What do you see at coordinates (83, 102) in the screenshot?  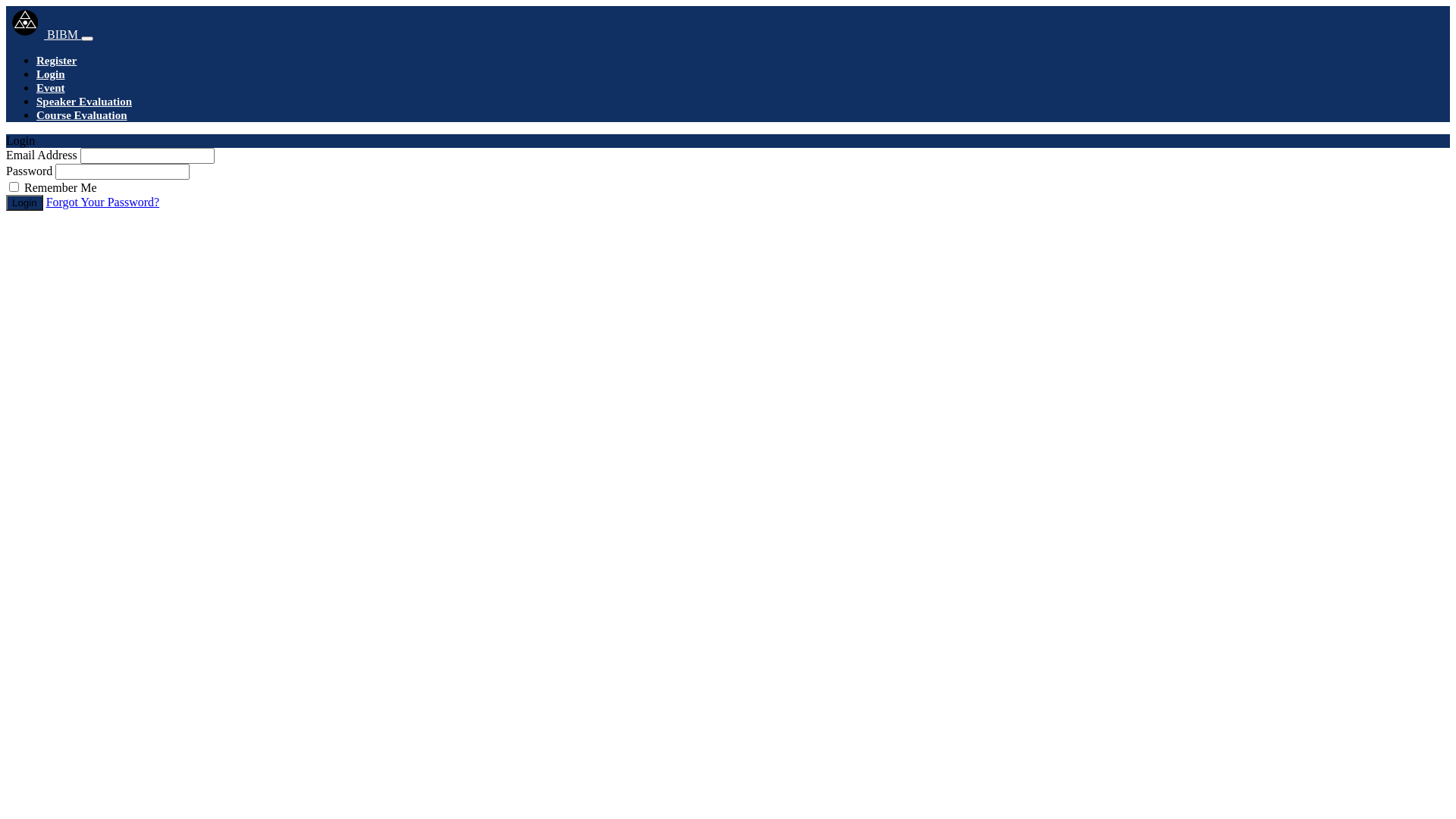 I see `'Speaker Evaluation'` at bounding box center [83, 102].